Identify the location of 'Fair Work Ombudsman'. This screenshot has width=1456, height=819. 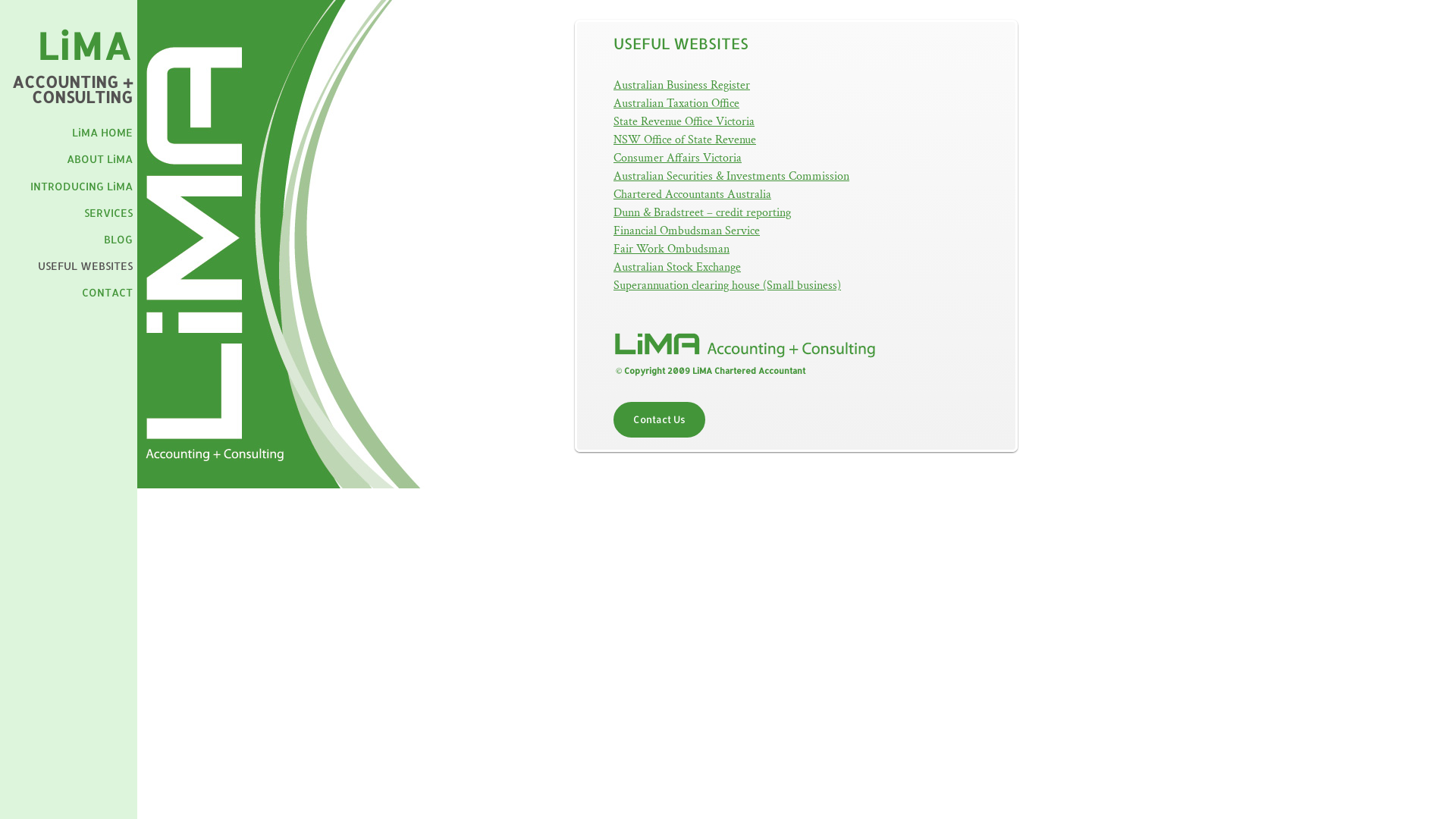
(670, 248).